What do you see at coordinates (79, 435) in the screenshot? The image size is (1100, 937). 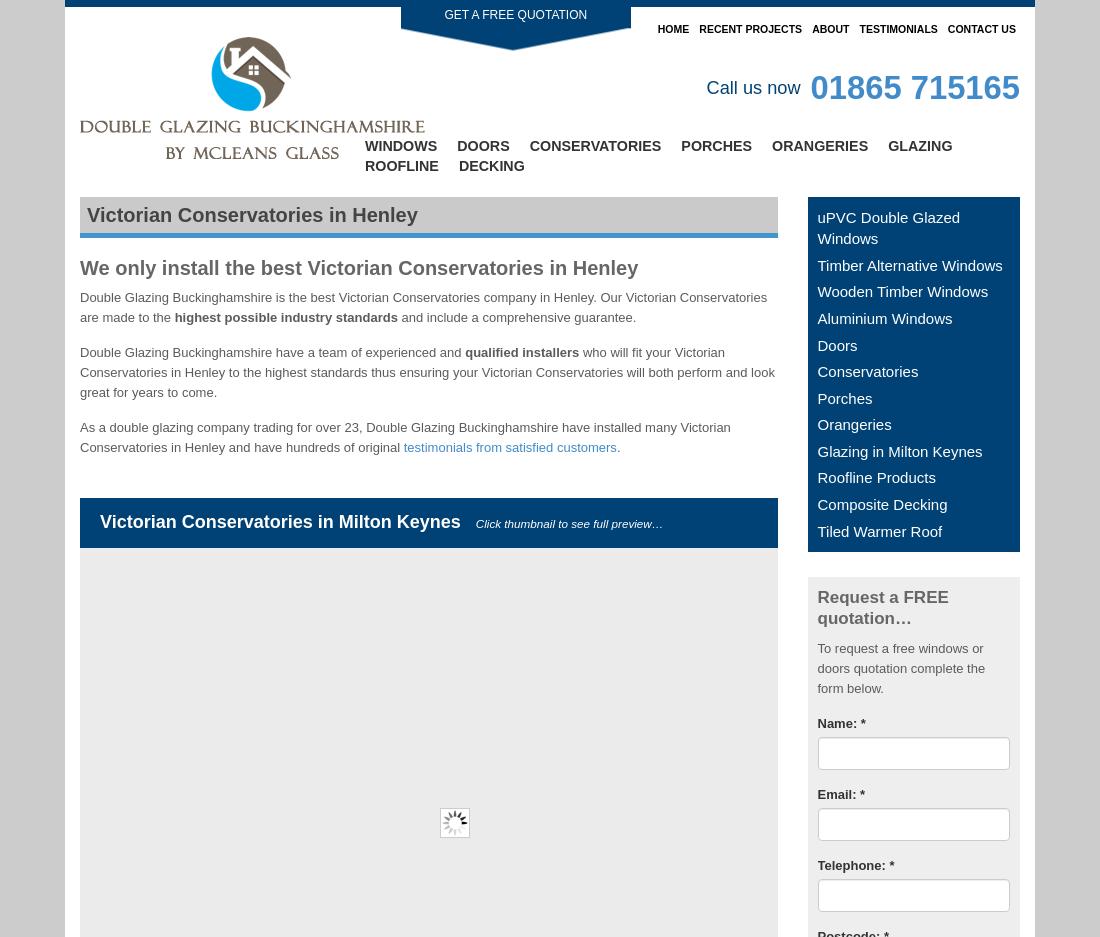 I see `'As a double glazing company trading for over 23, Double Glazing Buckinghamshire have installed many Victorian Conservatories in Henley and have hundreds of original'` at bounding box center [79, 435].